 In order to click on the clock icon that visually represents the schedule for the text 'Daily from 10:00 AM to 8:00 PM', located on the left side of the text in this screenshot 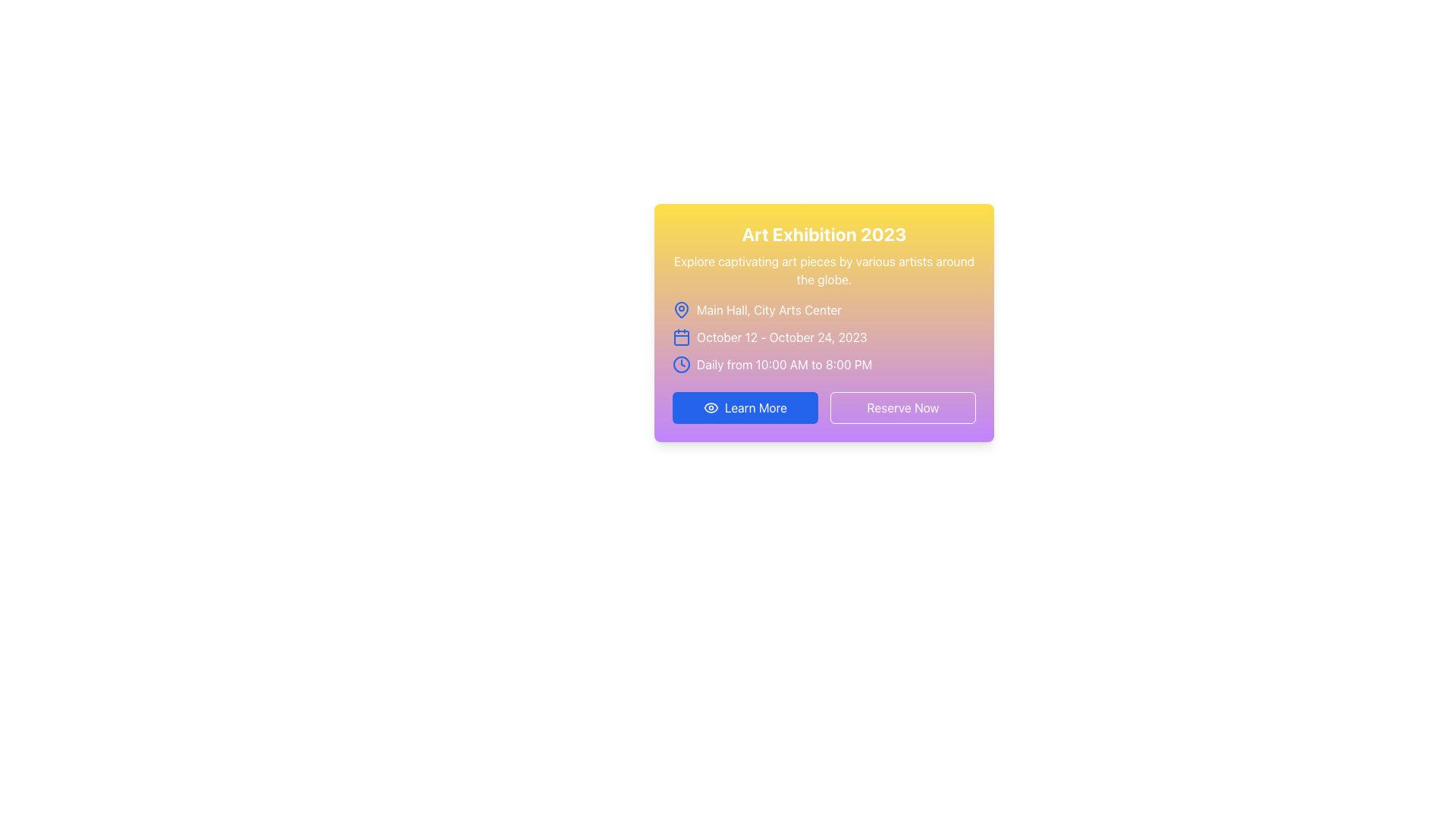, I will do `click(680, 365)`.